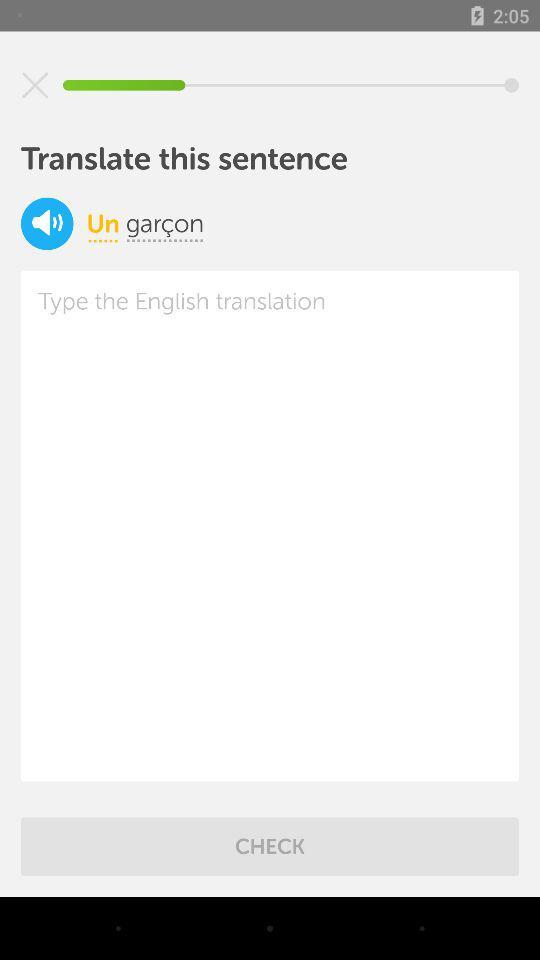 The width and height of the screenshot is (540, 960). I want to click on the volume icon, so click(47, 223).